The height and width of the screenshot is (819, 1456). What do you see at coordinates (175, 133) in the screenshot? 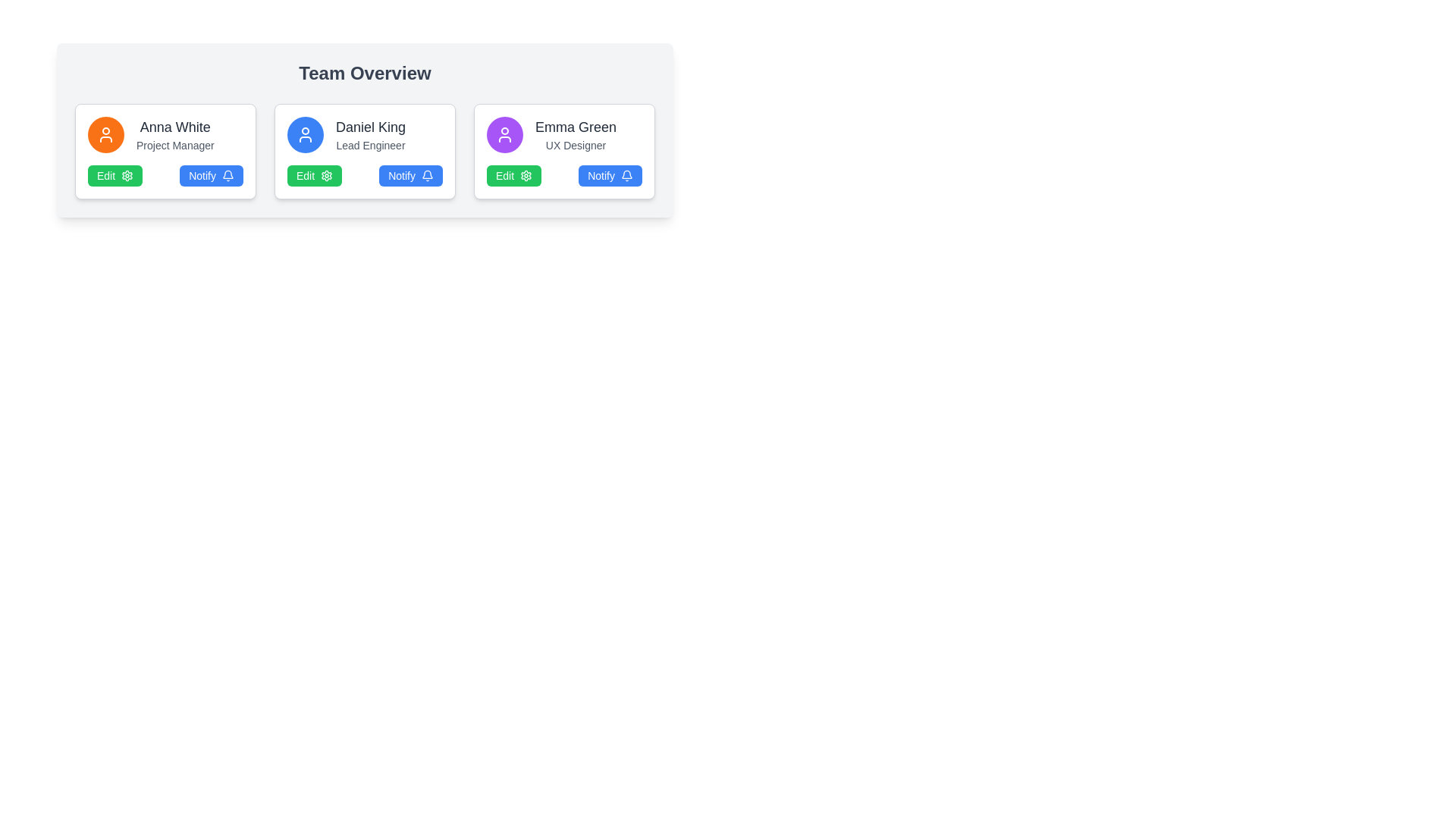
I see `the text content displaying 'Anna White' and 'Project Manager' in the leftmost card under 'Team Overview'` at bounding box center [175, 133].